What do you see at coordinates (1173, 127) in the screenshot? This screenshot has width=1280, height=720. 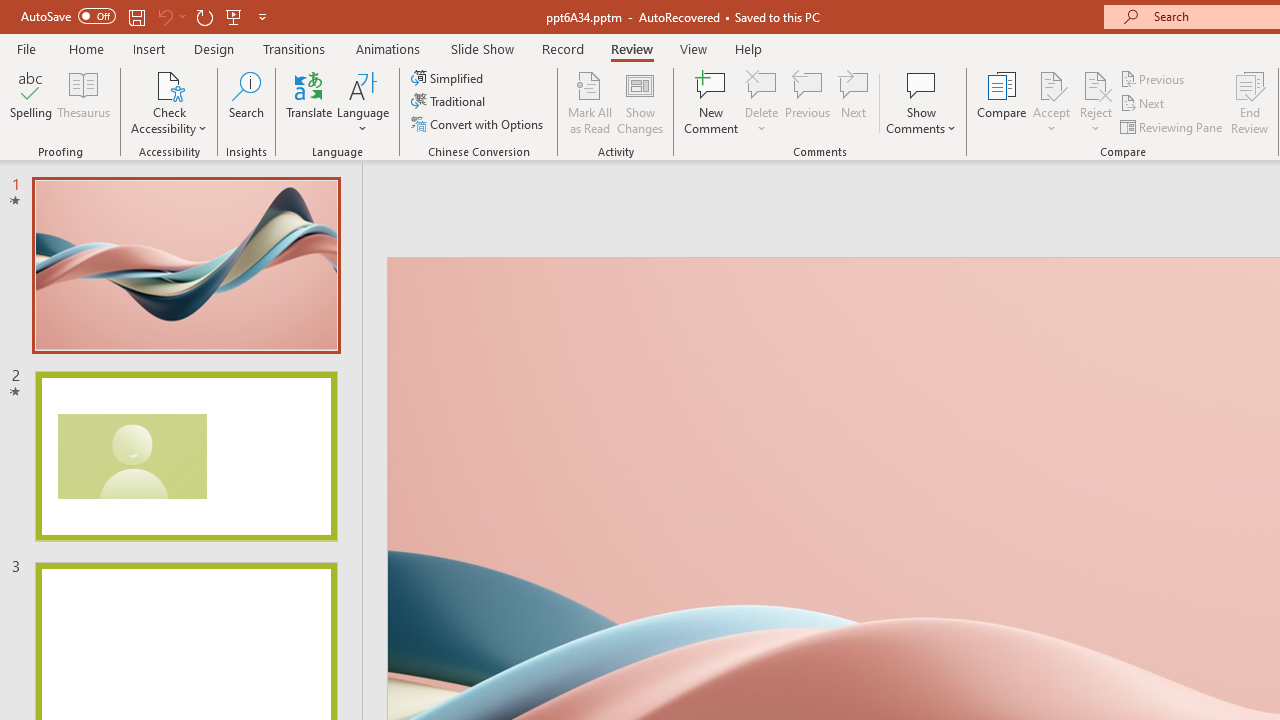 I see `'Reviewing Pane'` at bounding box center [1173, 127].